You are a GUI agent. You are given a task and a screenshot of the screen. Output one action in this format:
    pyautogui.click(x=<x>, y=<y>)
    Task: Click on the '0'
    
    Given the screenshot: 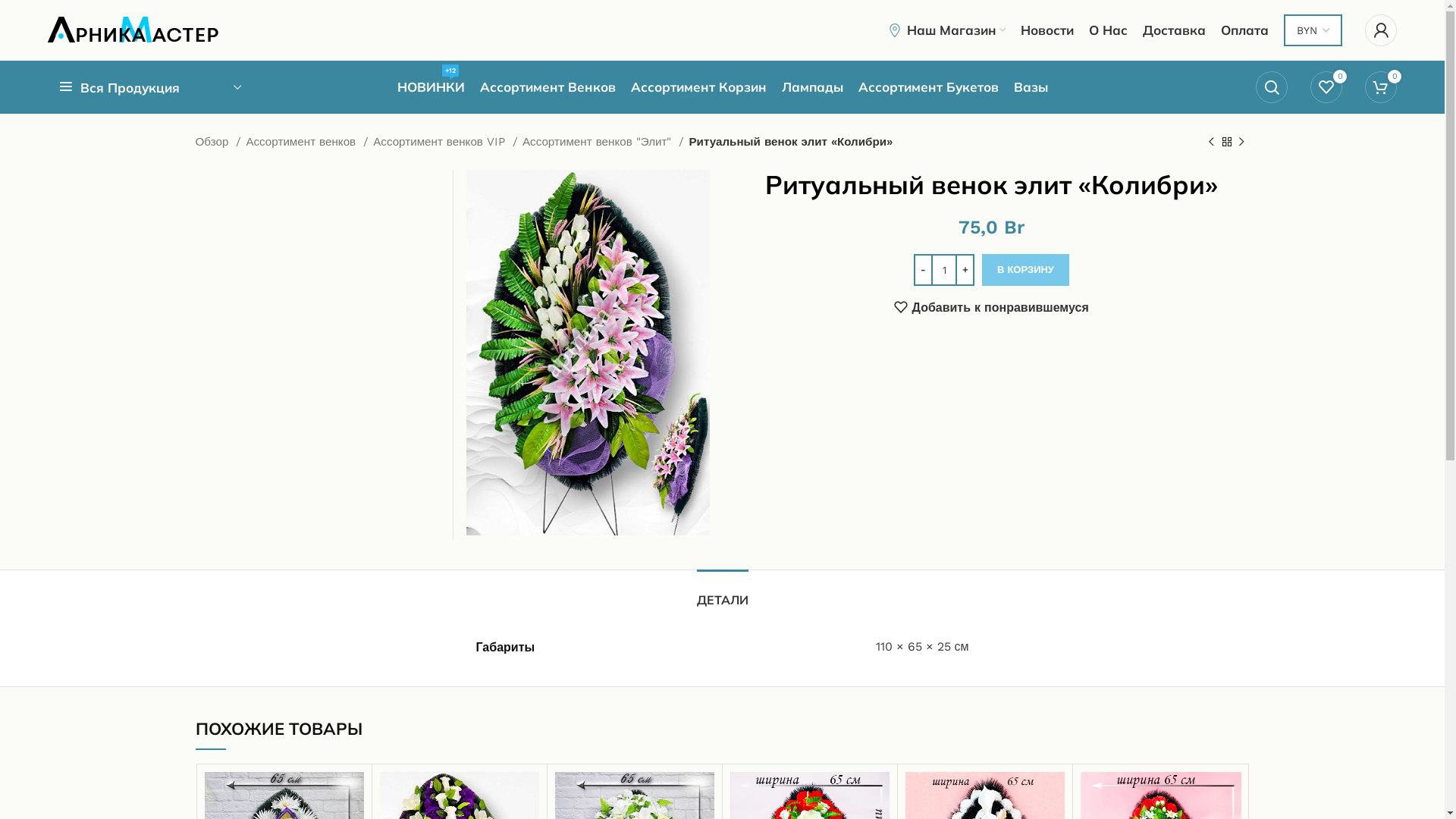 What is the action you would take?
    pyautogui.click(x=1325, y=87)
    